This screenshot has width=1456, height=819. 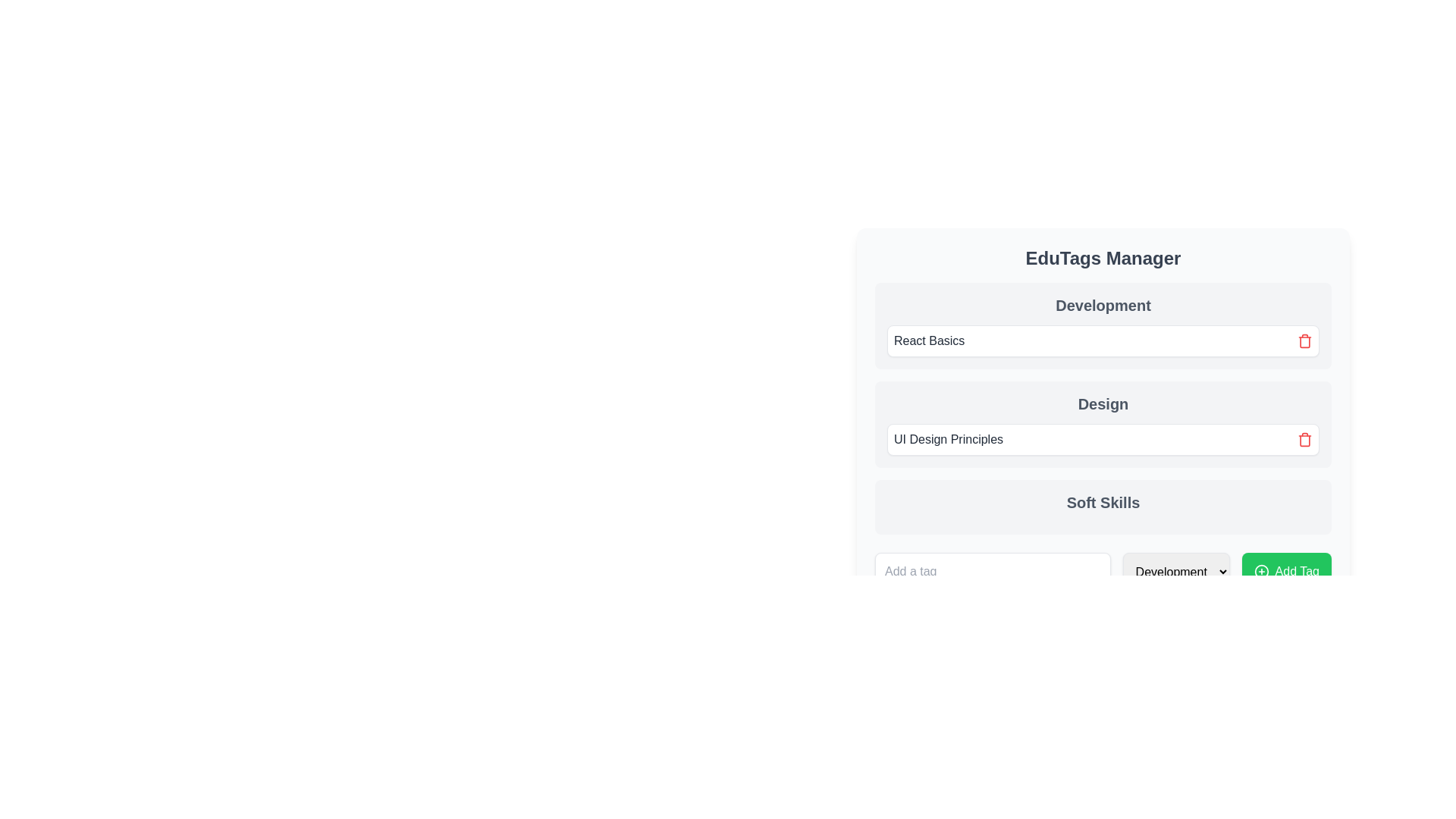 What do you see at coordinates (1175, 571) in the screenshot?
I see `the 'Development' dropdown menu` at bounding box center [1175, 571].